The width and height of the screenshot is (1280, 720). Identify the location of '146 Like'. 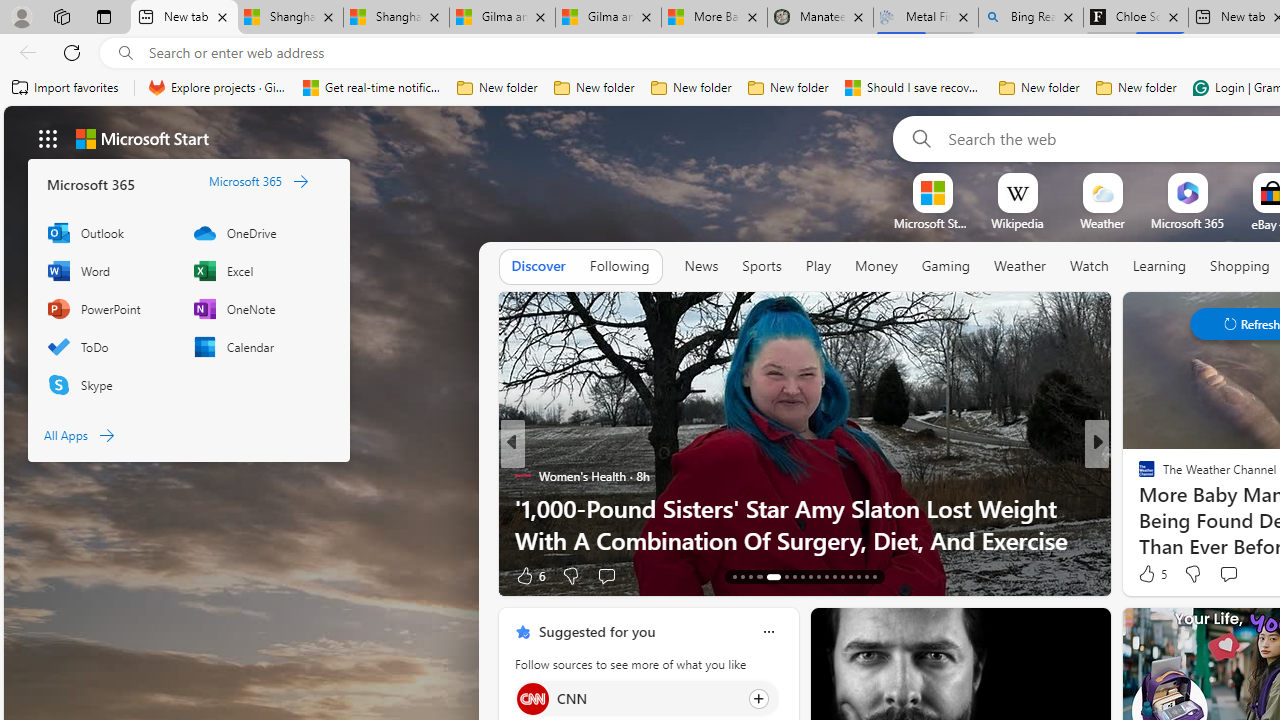
(1152, 575).